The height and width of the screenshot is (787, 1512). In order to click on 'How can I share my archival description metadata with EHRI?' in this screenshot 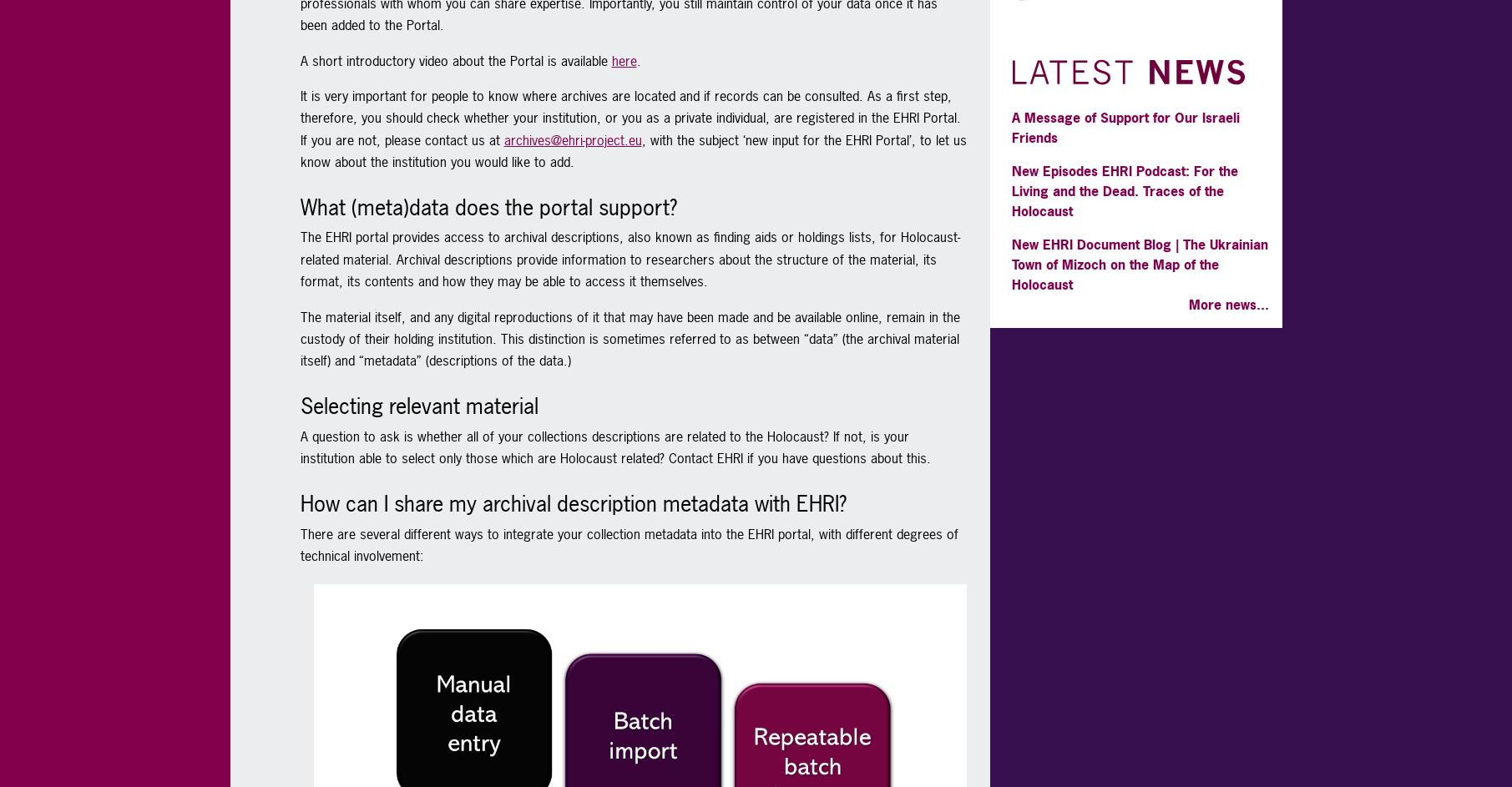, I will do `click(573, 502)`.